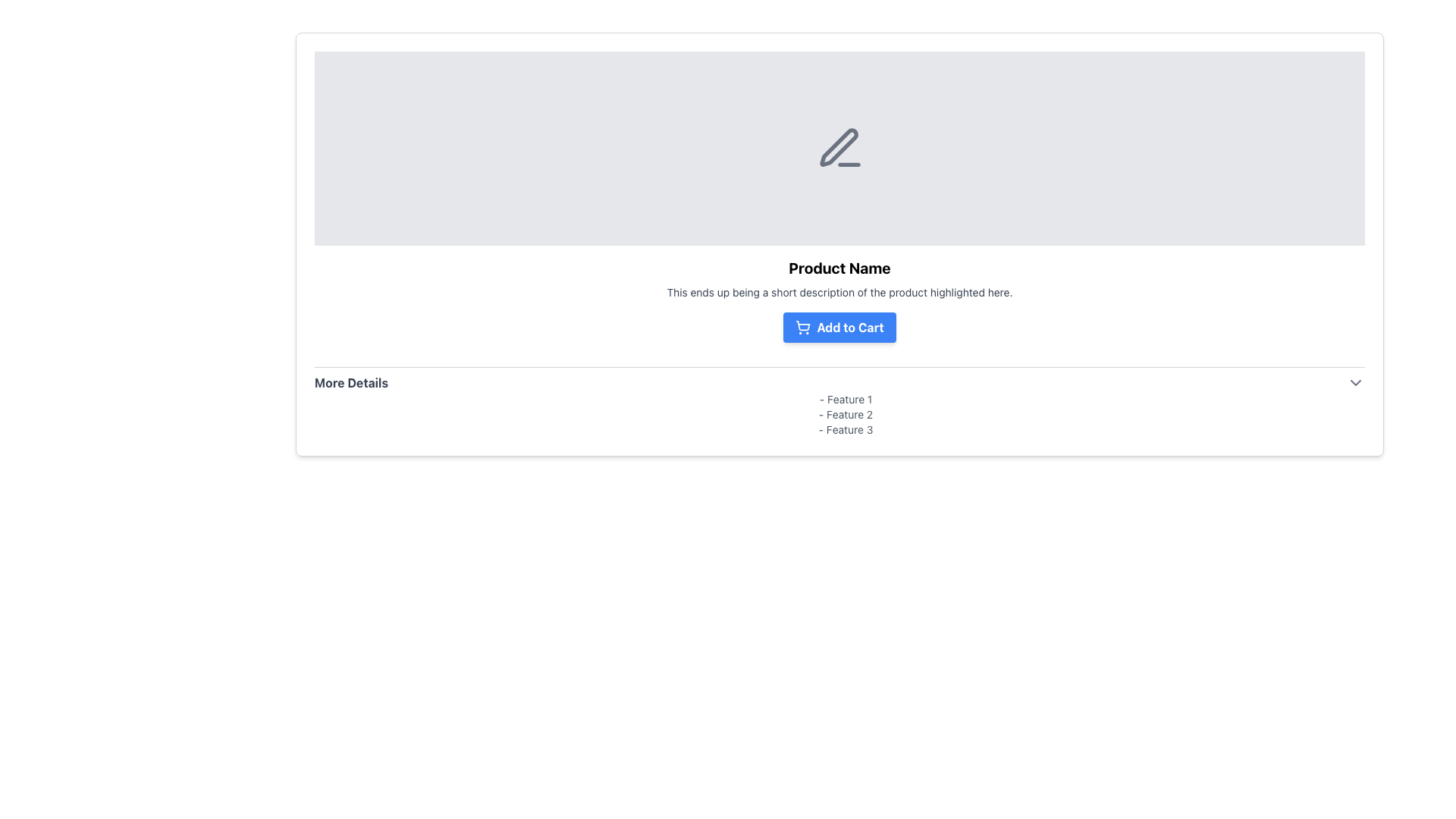  Describe the element at coordinates (845, 415) in the screenshot. I see `informative text label that provides details about the product, specifically the second entry in a list of features below the product description` at that location.